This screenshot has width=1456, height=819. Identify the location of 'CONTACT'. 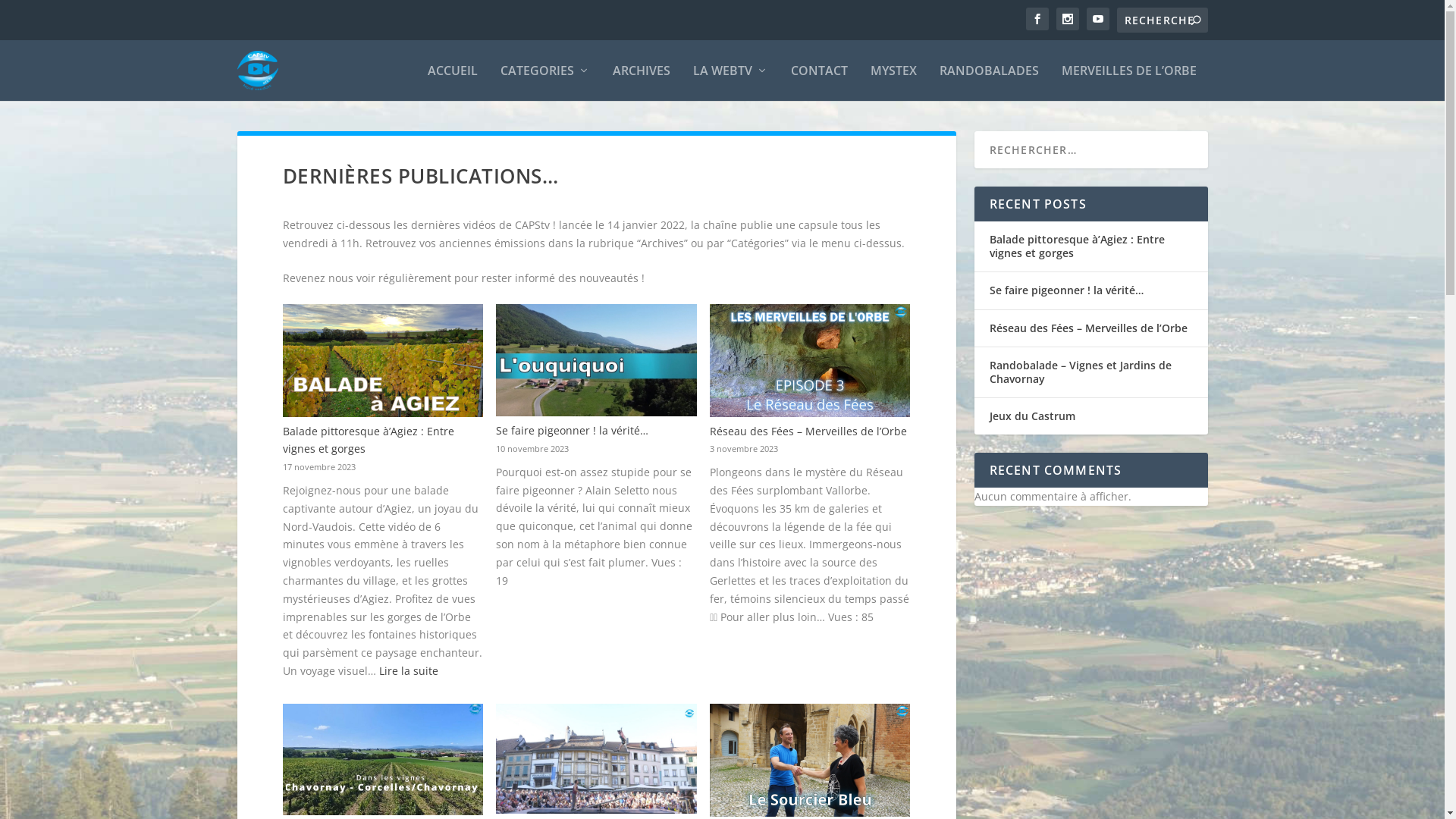
(817, 82).